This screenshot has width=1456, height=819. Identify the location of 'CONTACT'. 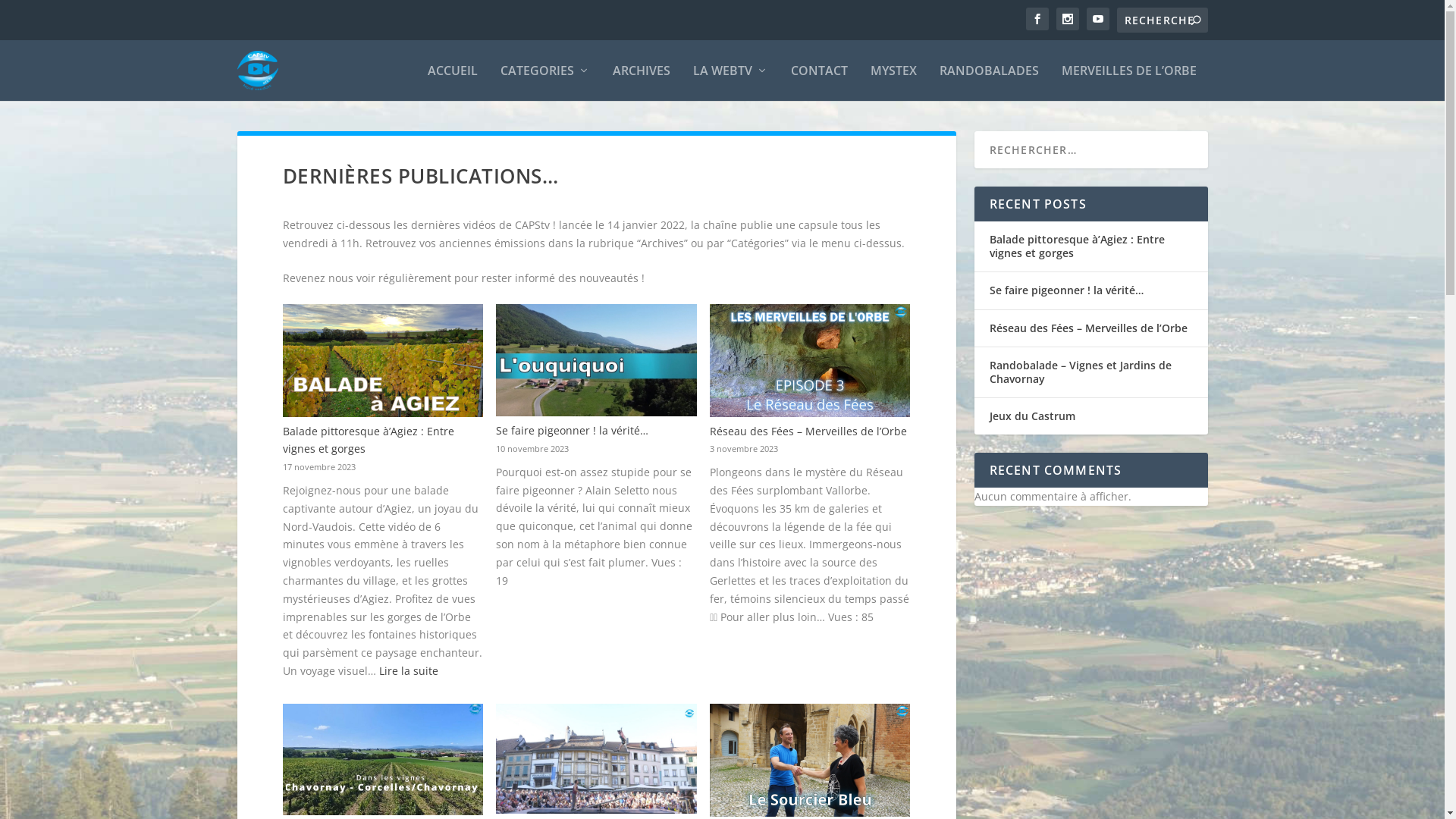
(817, 82).